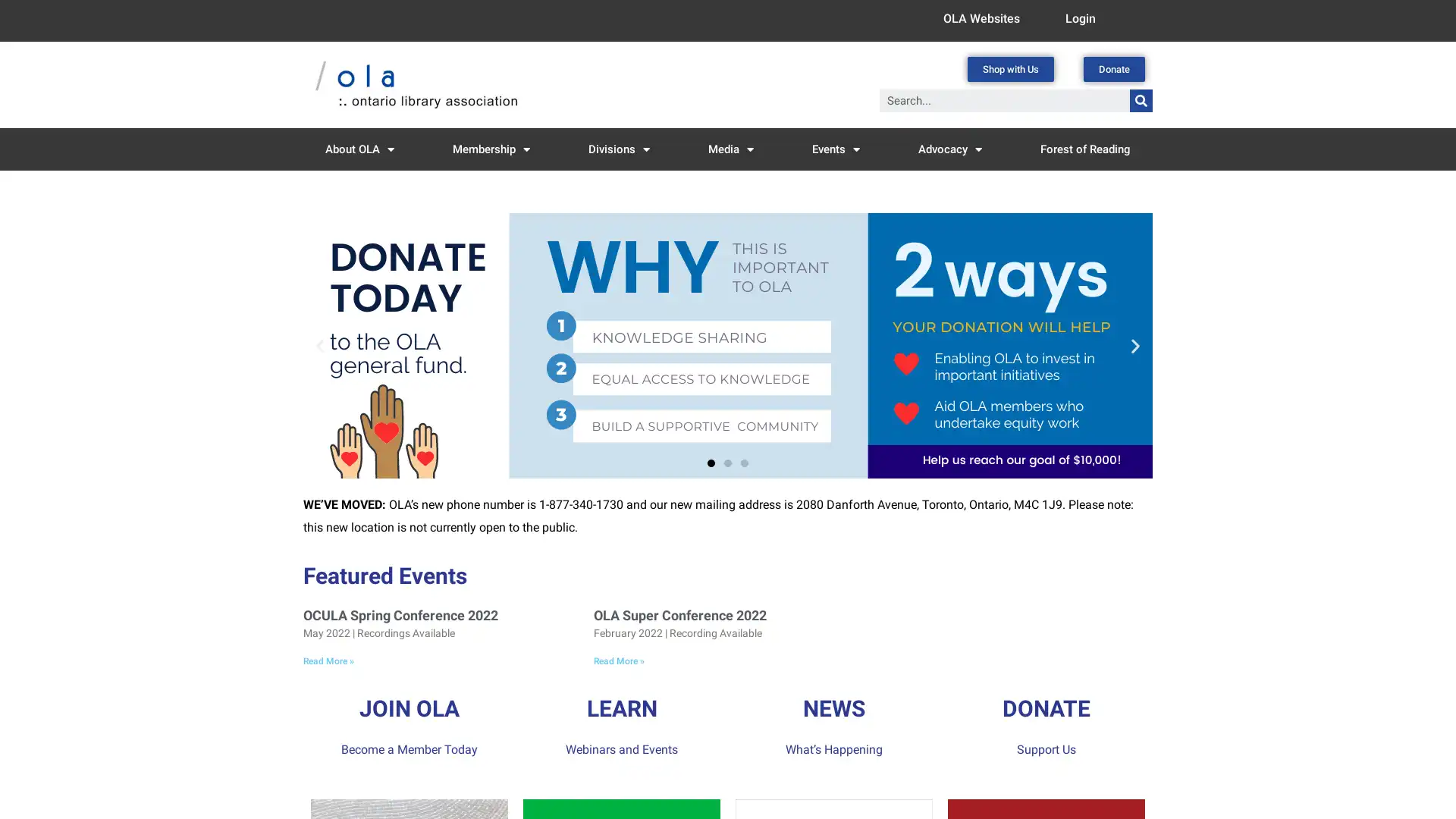 The width and height of the screenshot is (1456, 819). Describe the element at coordinates (1113, 69) in the screenshot. I see `Donate` at that location.